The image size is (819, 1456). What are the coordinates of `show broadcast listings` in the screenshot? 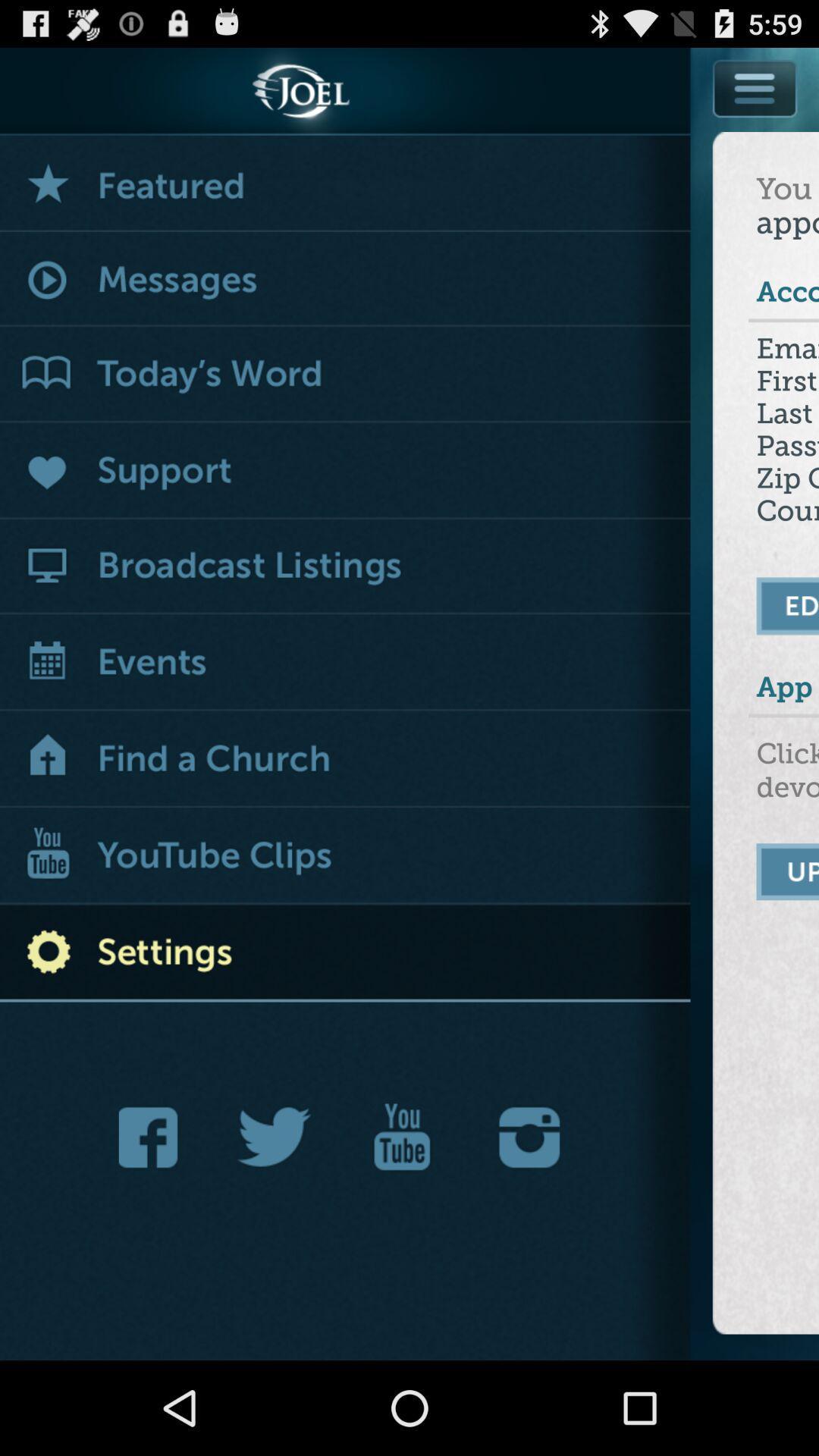 It's located at (345, 566).